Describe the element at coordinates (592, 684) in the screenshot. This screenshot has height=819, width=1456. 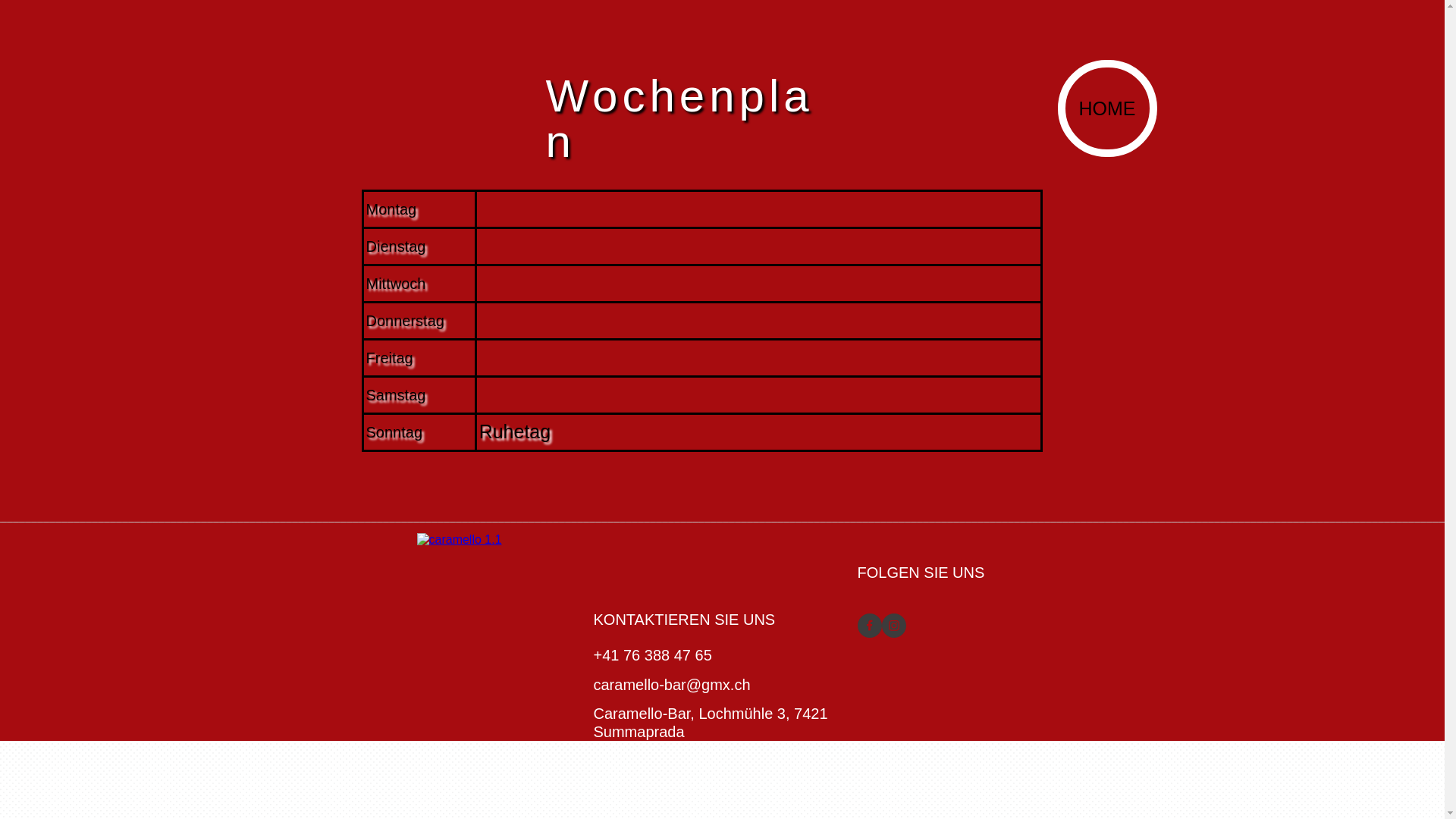
I see `'caramello-bar@gmx.ch'` at that location.